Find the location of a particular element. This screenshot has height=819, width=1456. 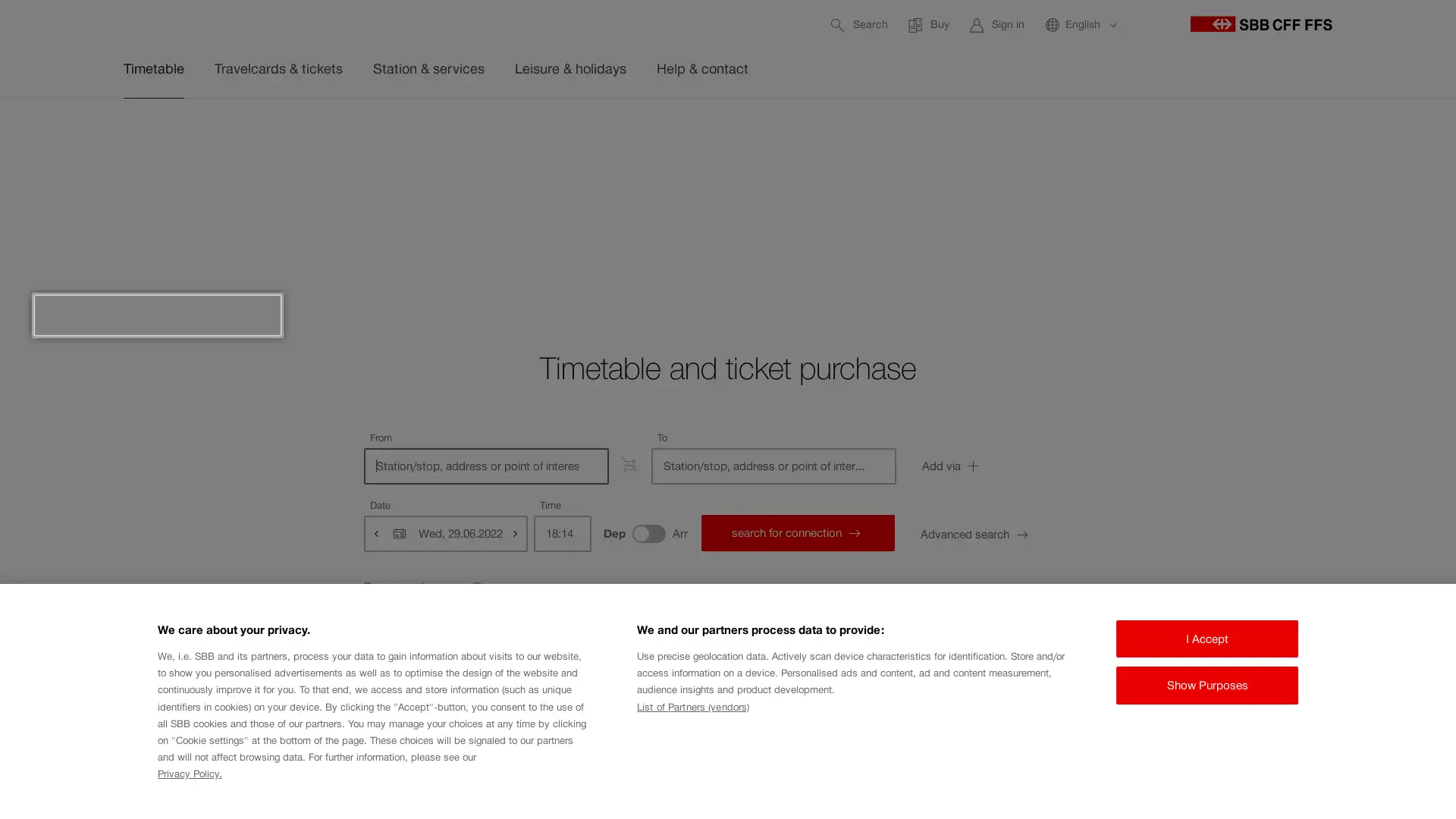

List of Partners (vendors) is located at coordinates (692, 707).